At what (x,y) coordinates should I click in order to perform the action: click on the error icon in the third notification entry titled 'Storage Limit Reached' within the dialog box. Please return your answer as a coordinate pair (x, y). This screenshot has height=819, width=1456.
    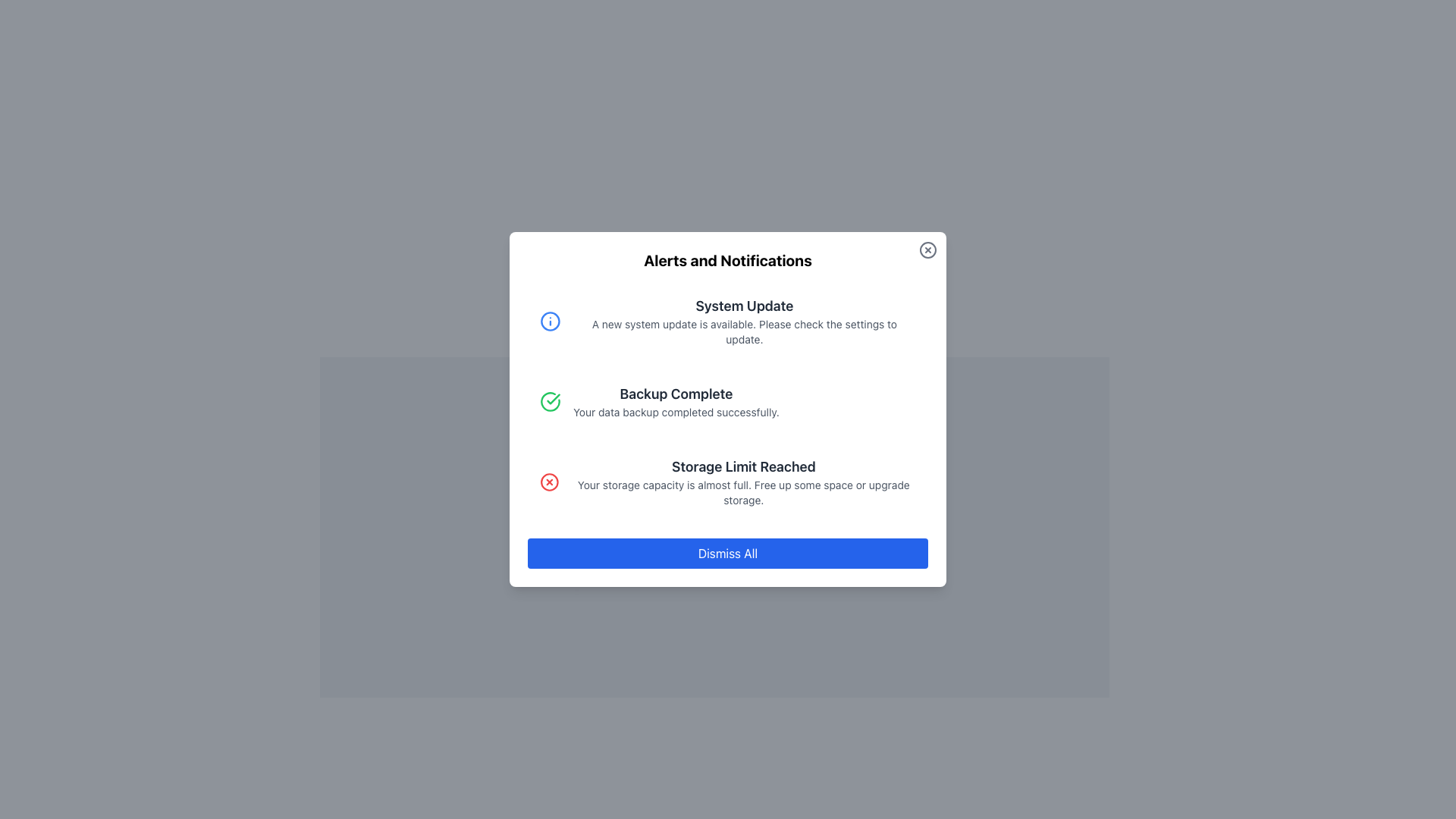
    Looking at the image, I should click on (548, 482).